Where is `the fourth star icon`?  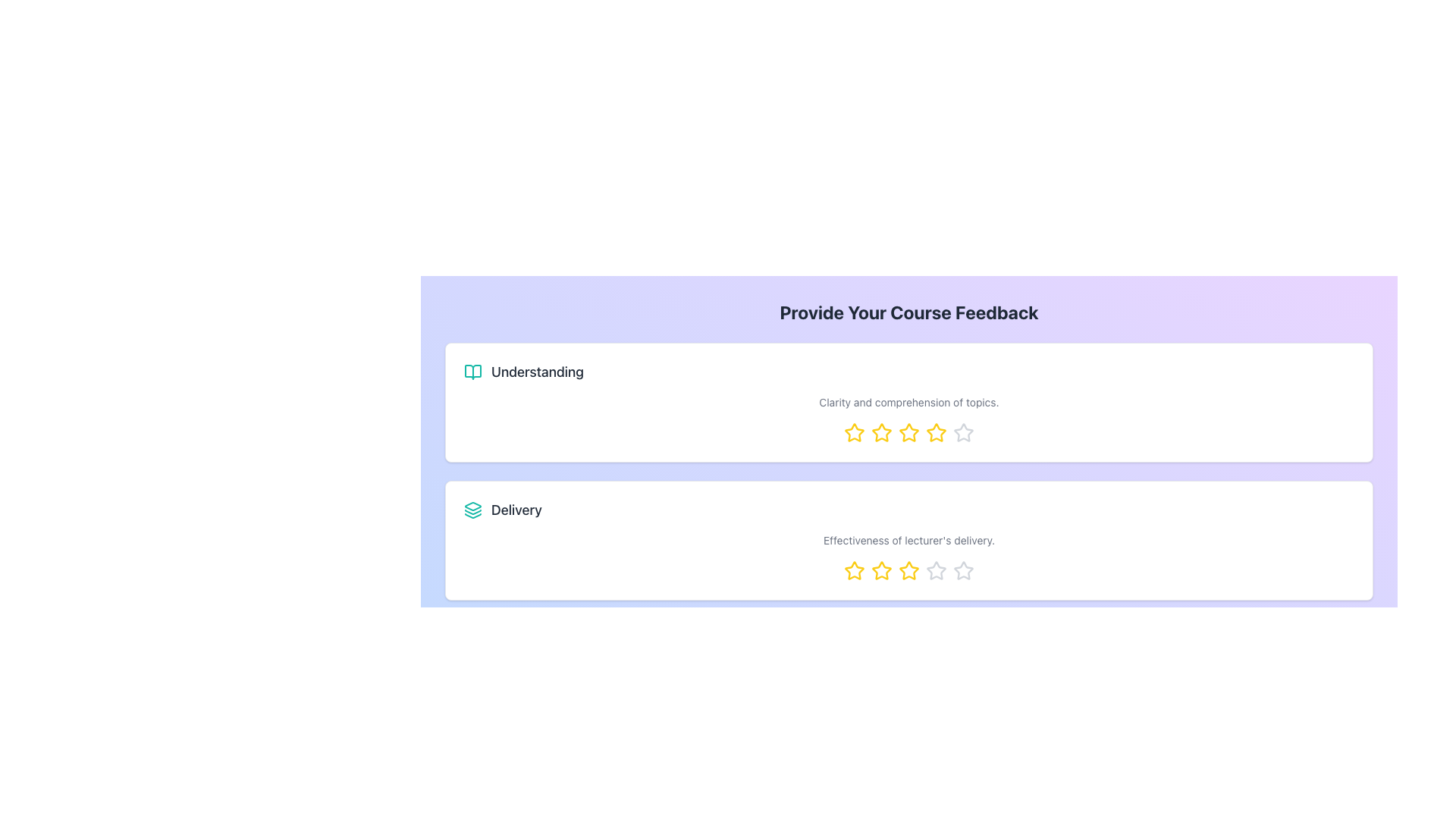 the fourth star icon is located at coordinates (909, 432).